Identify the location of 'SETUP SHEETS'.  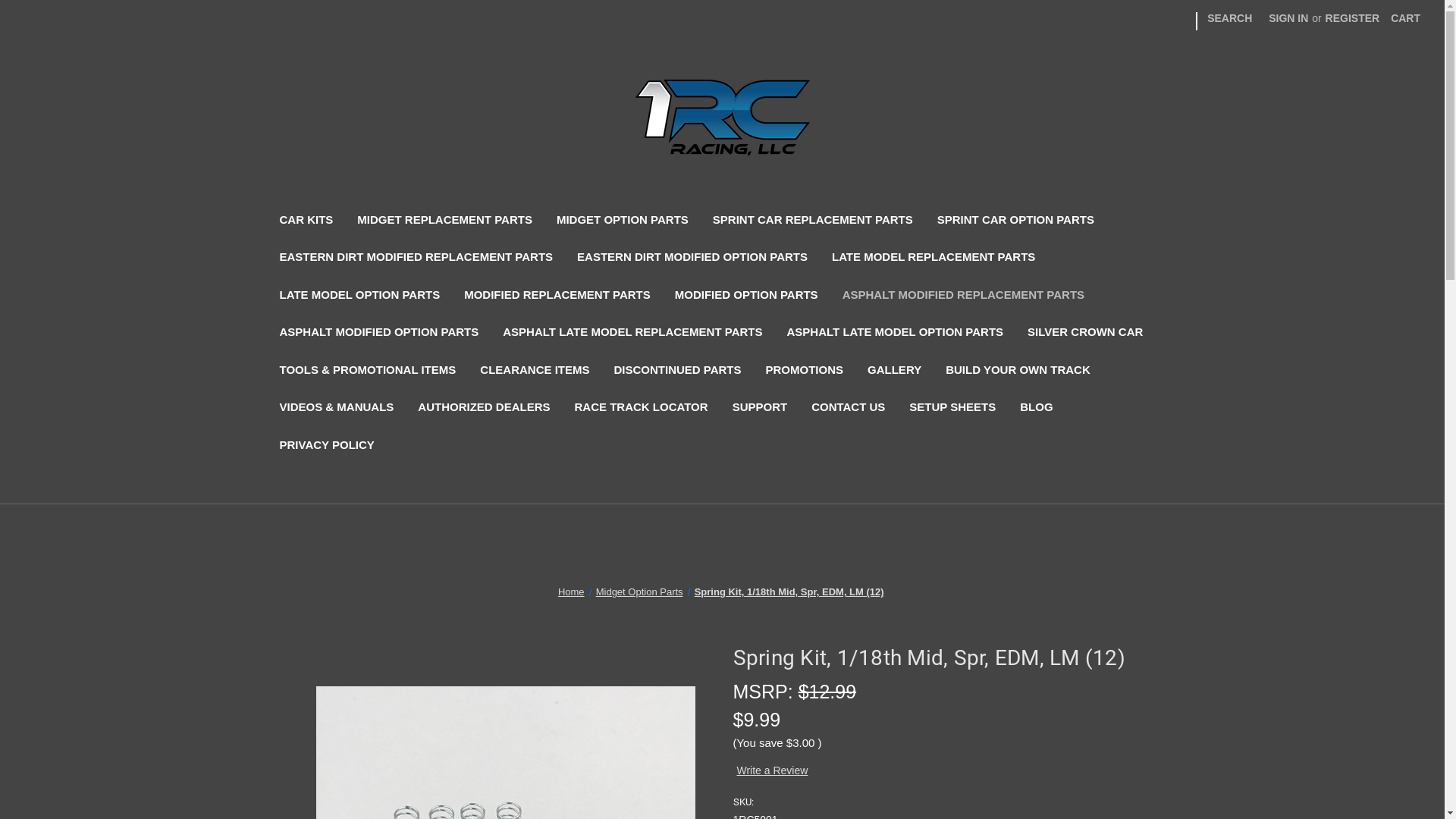
(952, 408).